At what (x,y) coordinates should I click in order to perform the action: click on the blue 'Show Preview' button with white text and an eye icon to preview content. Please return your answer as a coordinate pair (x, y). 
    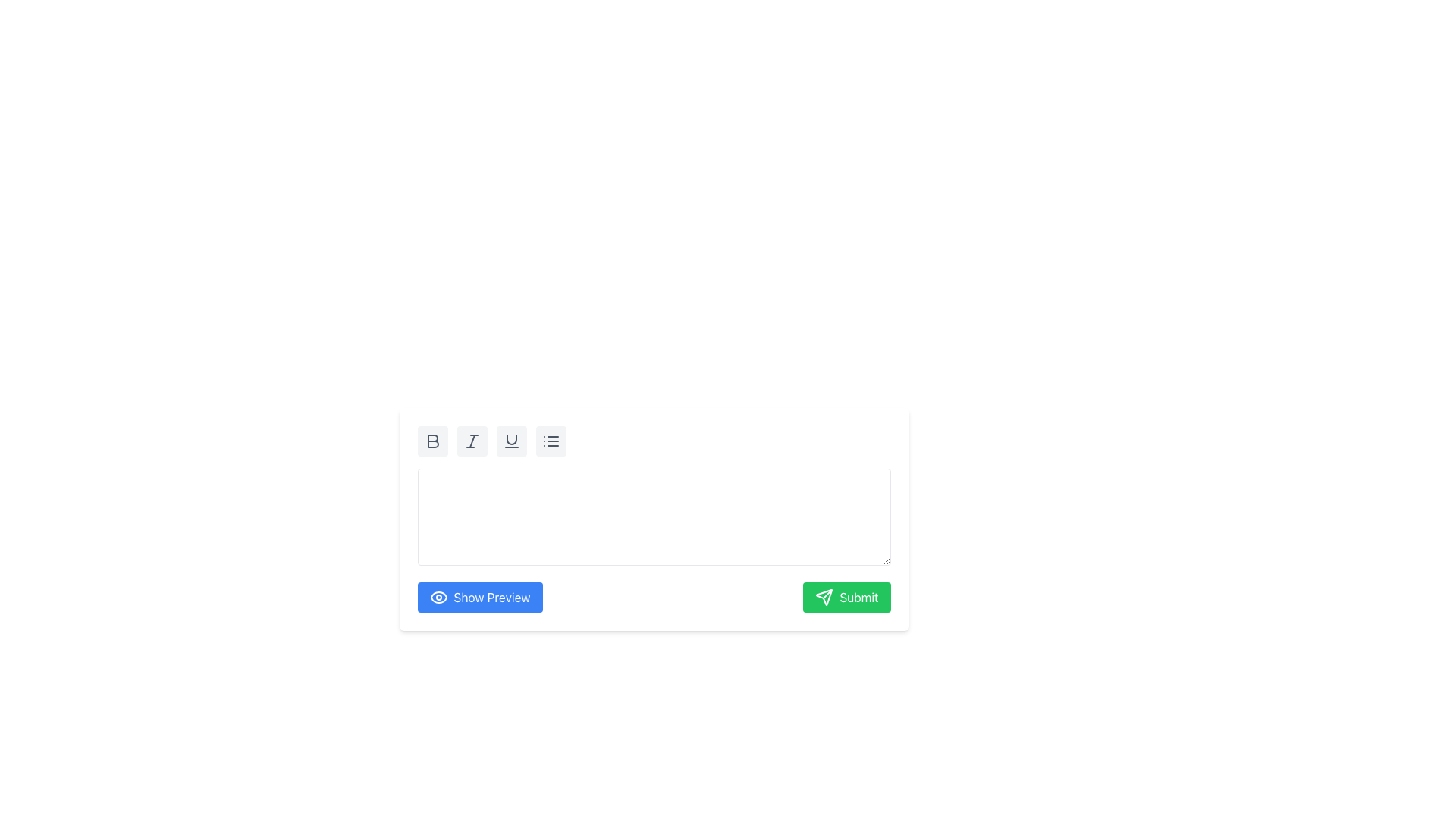
    Looking at the image, I should click on (479, 596).